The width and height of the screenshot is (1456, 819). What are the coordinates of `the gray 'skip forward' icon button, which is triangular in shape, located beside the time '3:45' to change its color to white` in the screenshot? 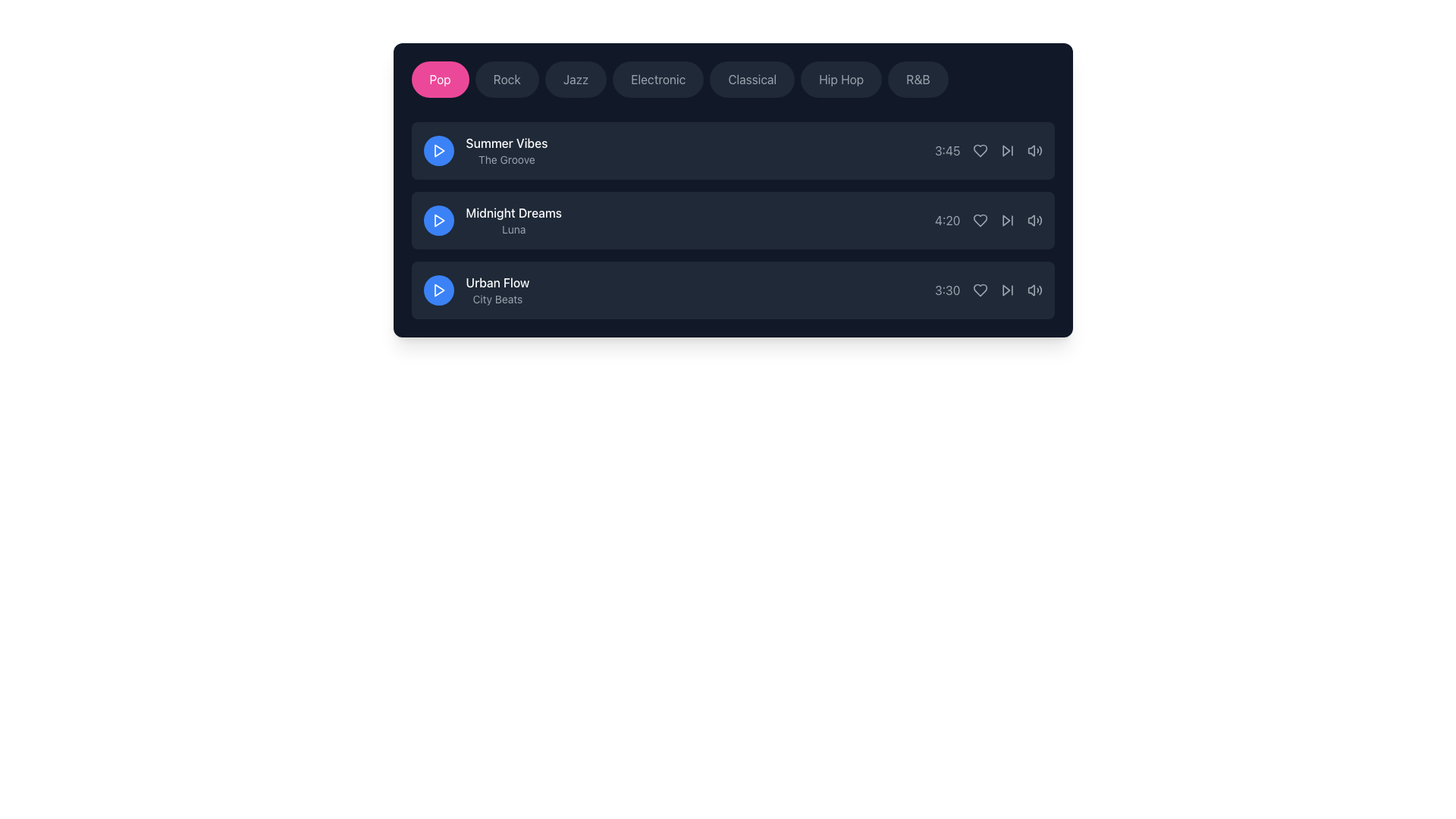 It's located at (1007, 151).